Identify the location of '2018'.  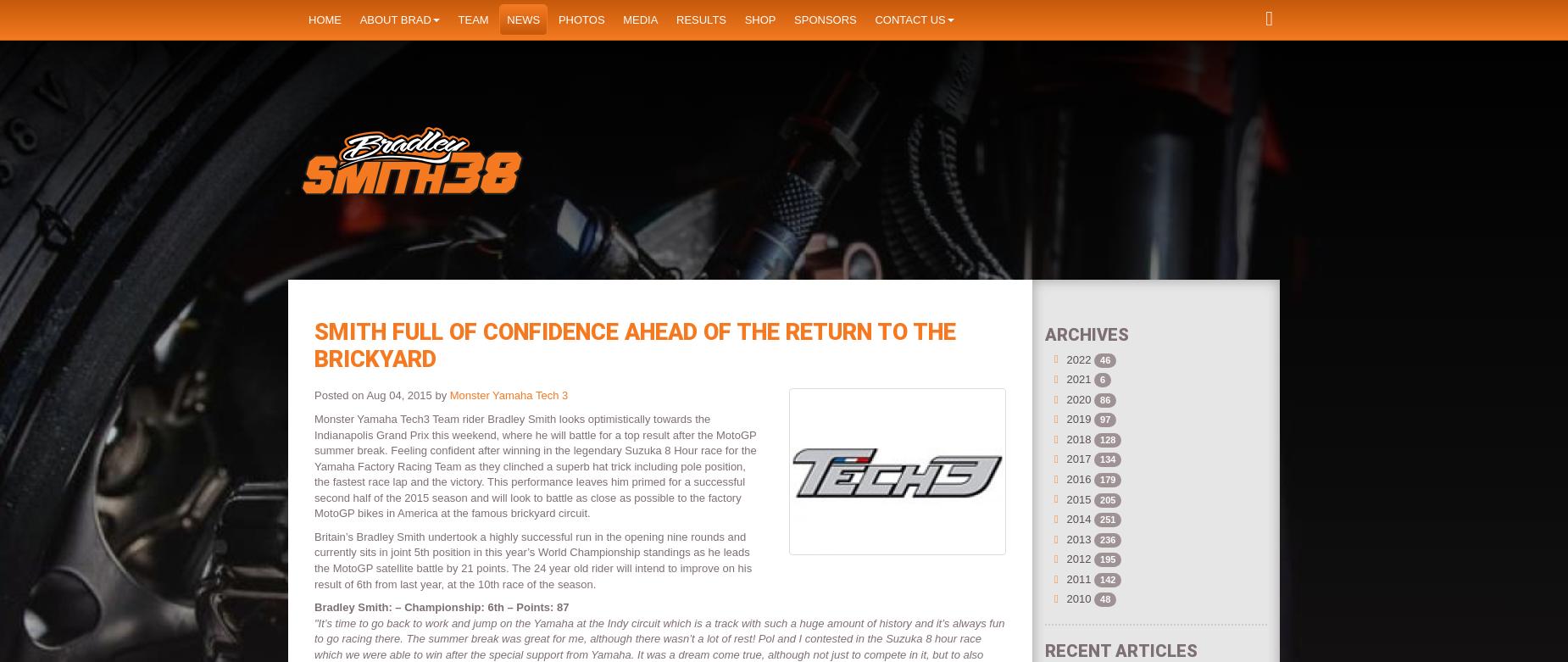
(1077, 437).